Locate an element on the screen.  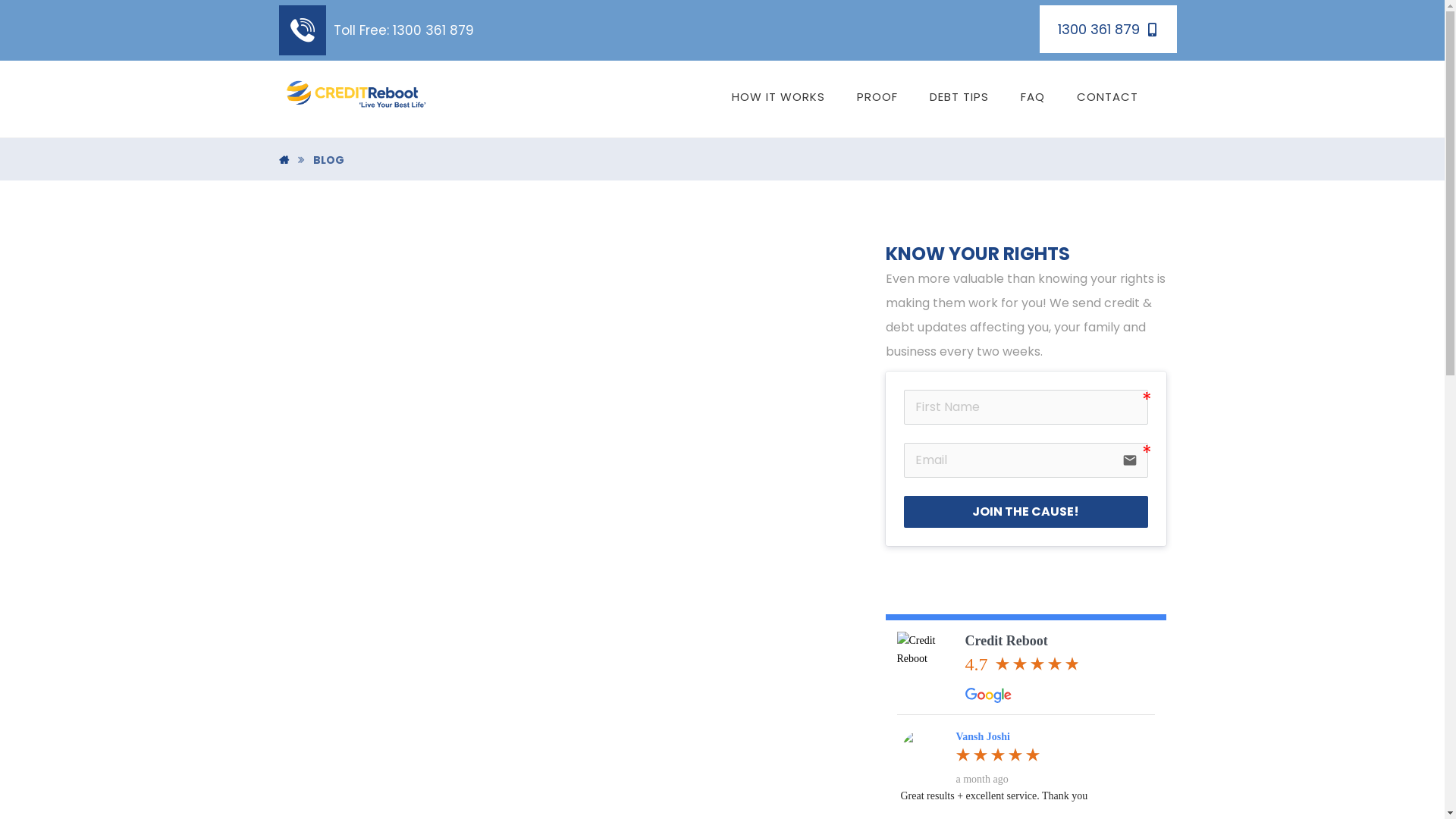
'Toll Free: 1300 361 879' is located at coordinates (376, 29).